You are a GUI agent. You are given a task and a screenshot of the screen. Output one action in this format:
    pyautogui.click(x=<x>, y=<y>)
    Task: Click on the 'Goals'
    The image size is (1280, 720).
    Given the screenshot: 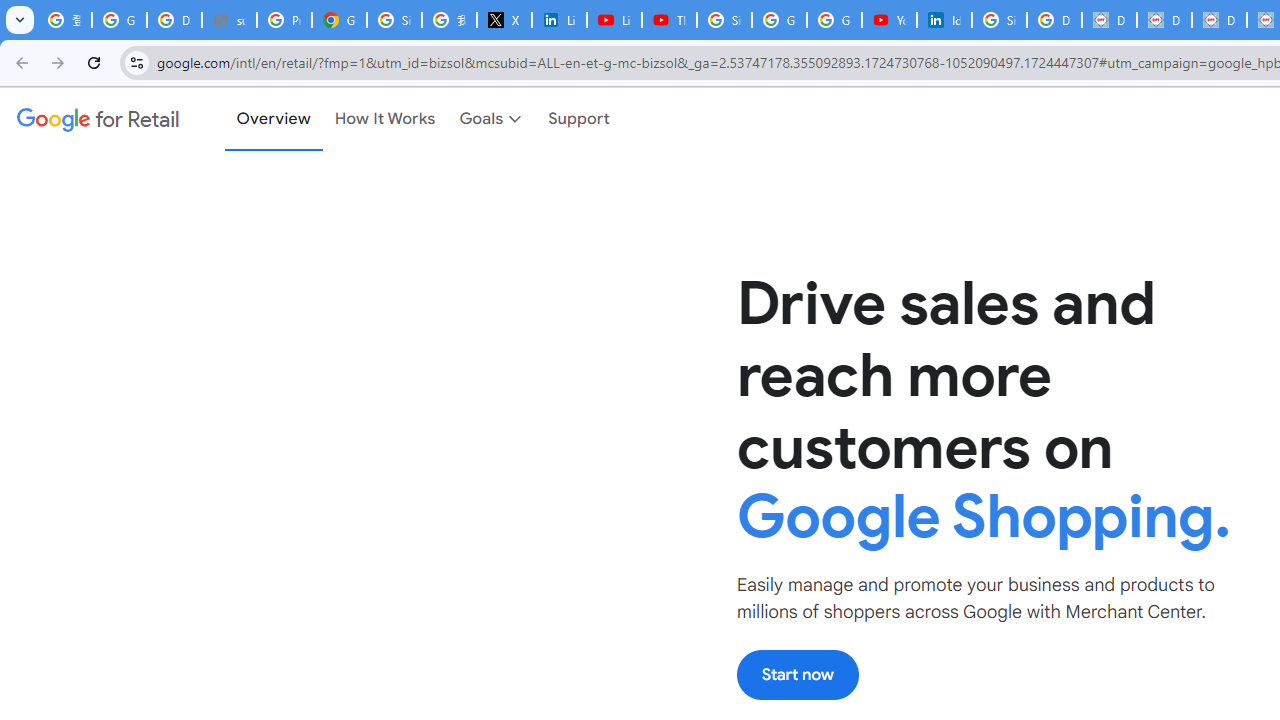 What is the action you would take?
    pyautogui.click(x=492, y=119)
    